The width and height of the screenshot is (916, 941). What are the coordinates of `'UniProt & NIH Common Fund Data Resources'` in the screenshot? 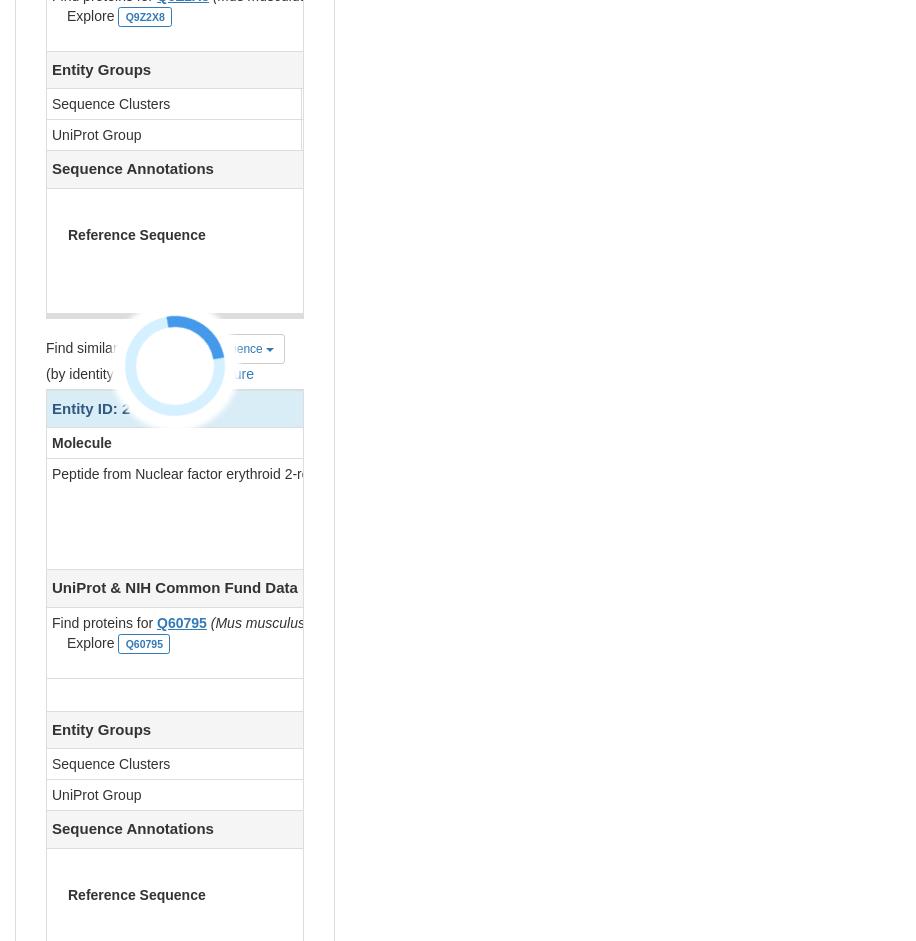 It's located at (213, 586).